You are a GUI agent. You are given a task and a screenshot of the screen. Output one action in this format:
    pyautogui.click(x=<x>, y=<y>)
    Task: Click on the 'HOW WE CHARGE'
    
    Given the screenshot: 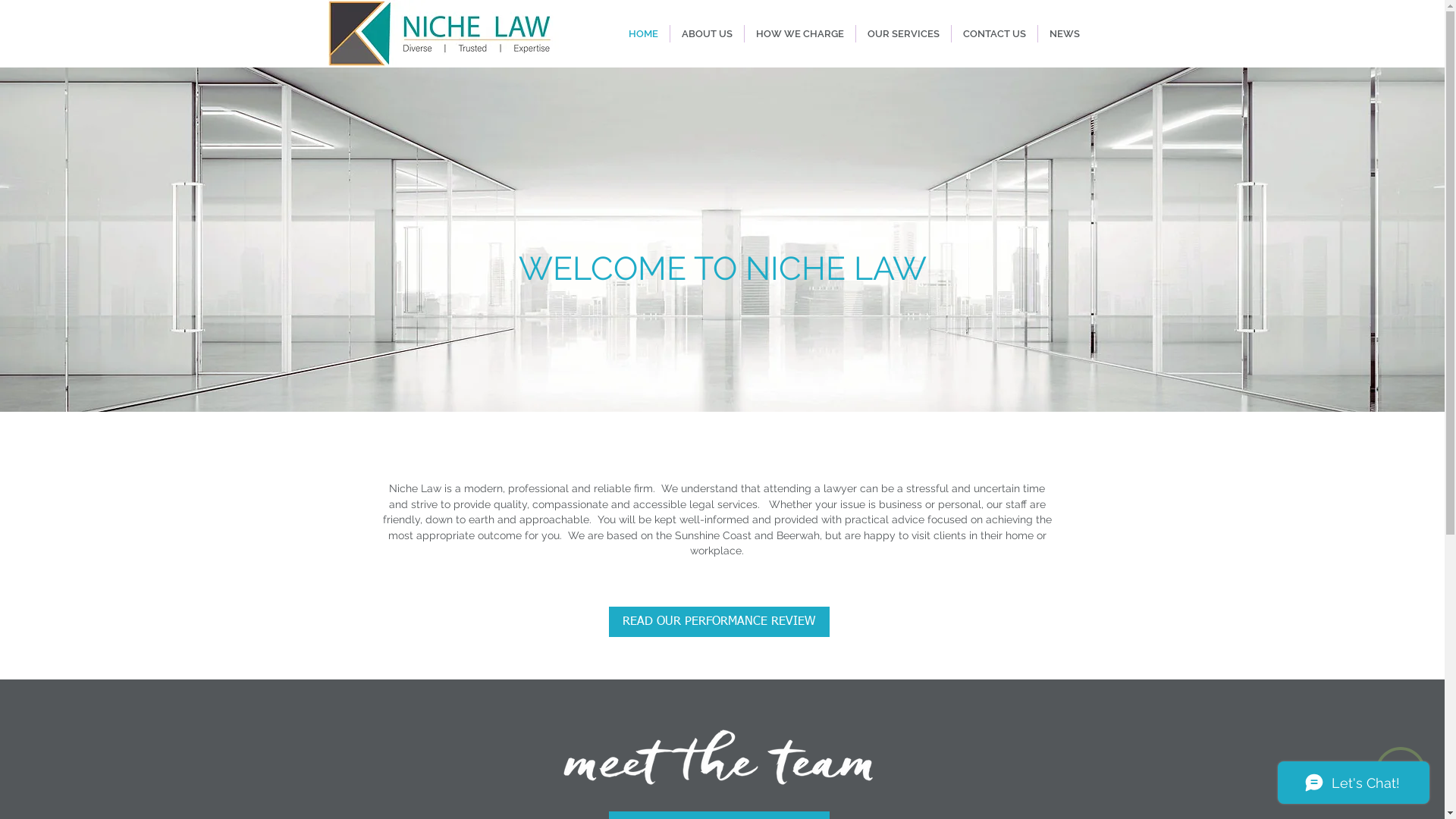 What is the action you would take?
    pyautogui.click(x=799, y=33)
    